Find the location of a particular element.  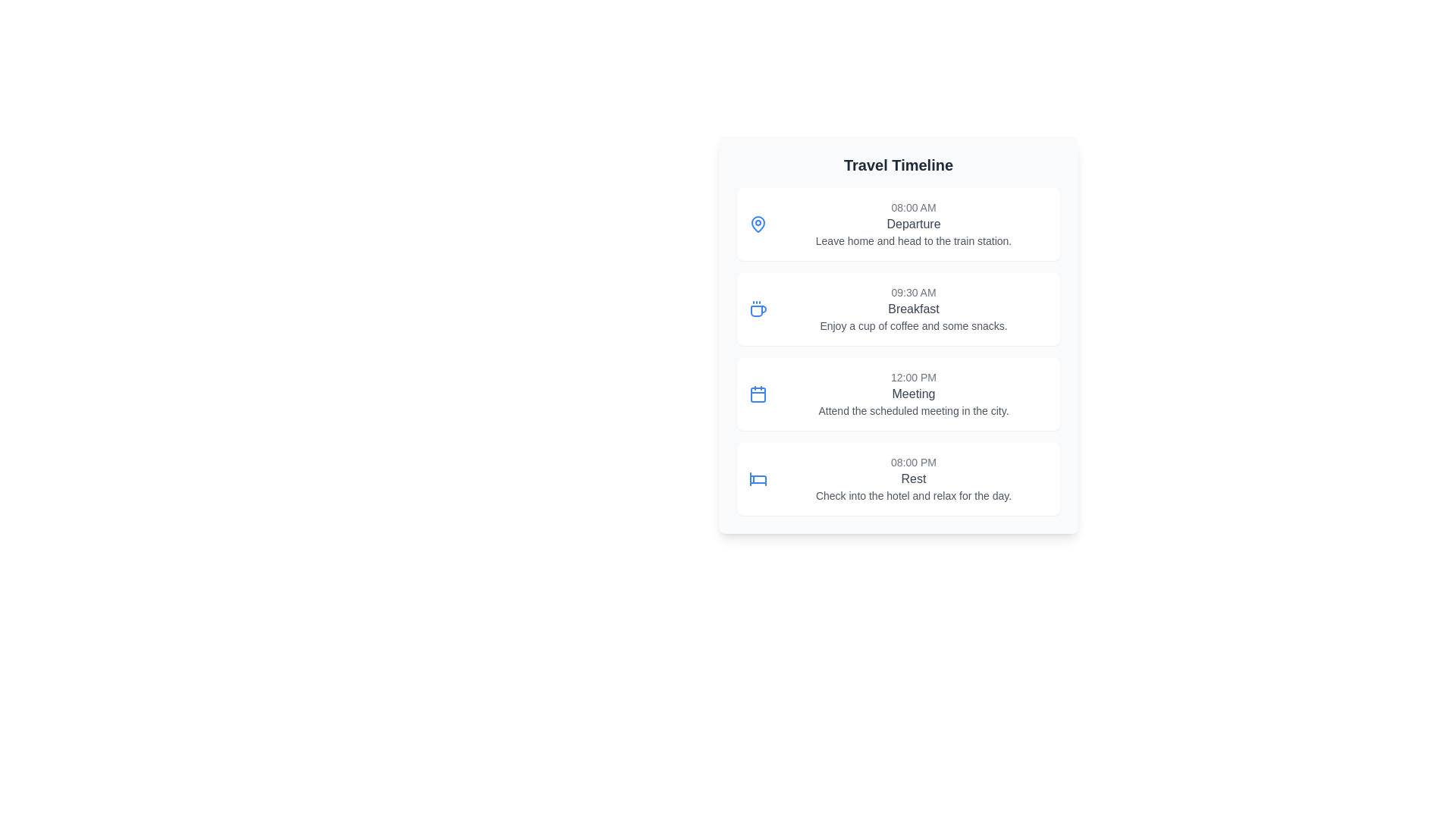

the Rest activity icon, represented by a bed symbol, located at the bottom card of the list is located at coordinates (758, 479).